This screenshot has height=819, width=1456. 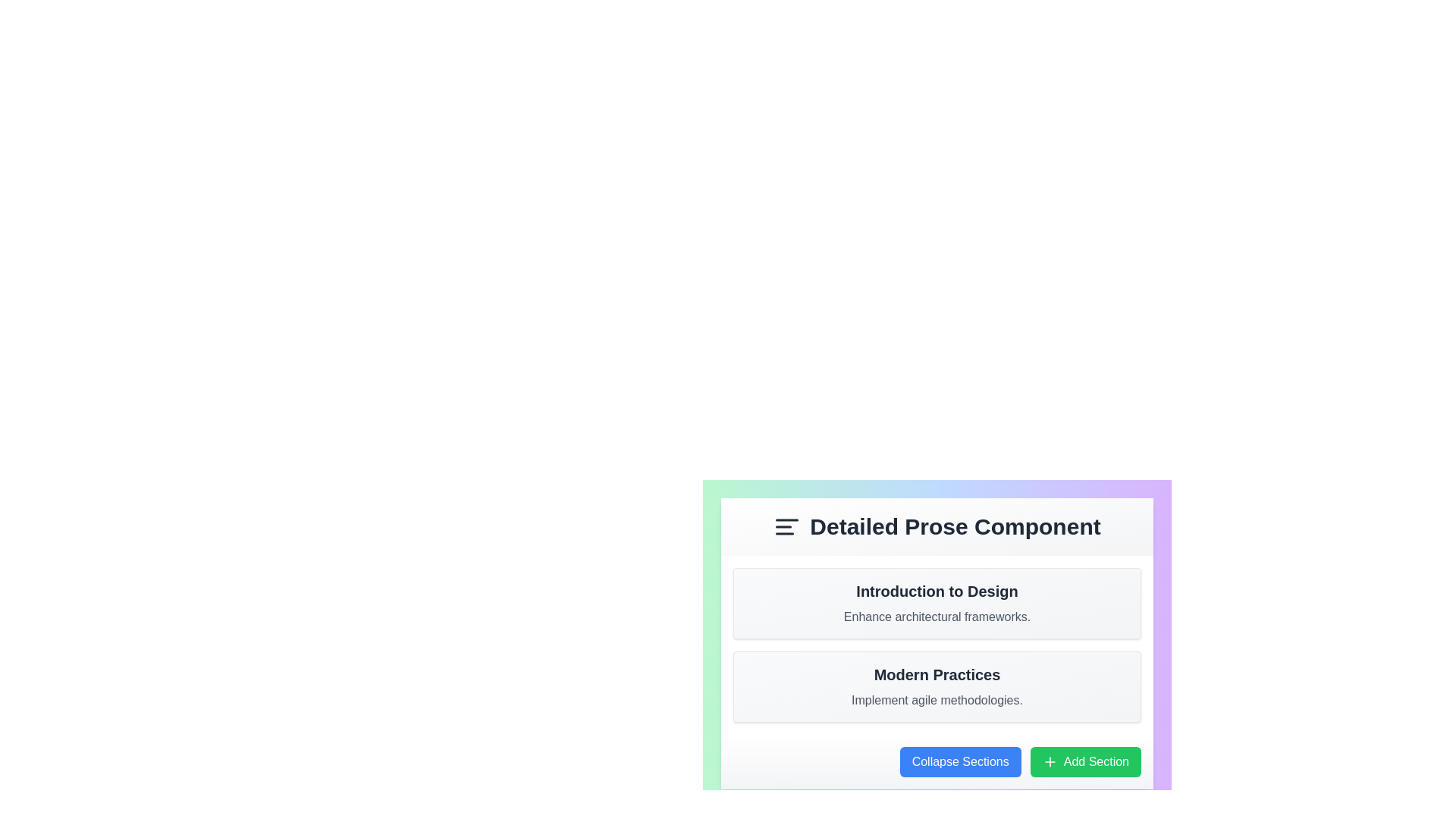 I want to click on the decorative icon on the left side of the header for the 'Detailed Prose Component' section to indicate text alignment, so click(x=787, y=526).